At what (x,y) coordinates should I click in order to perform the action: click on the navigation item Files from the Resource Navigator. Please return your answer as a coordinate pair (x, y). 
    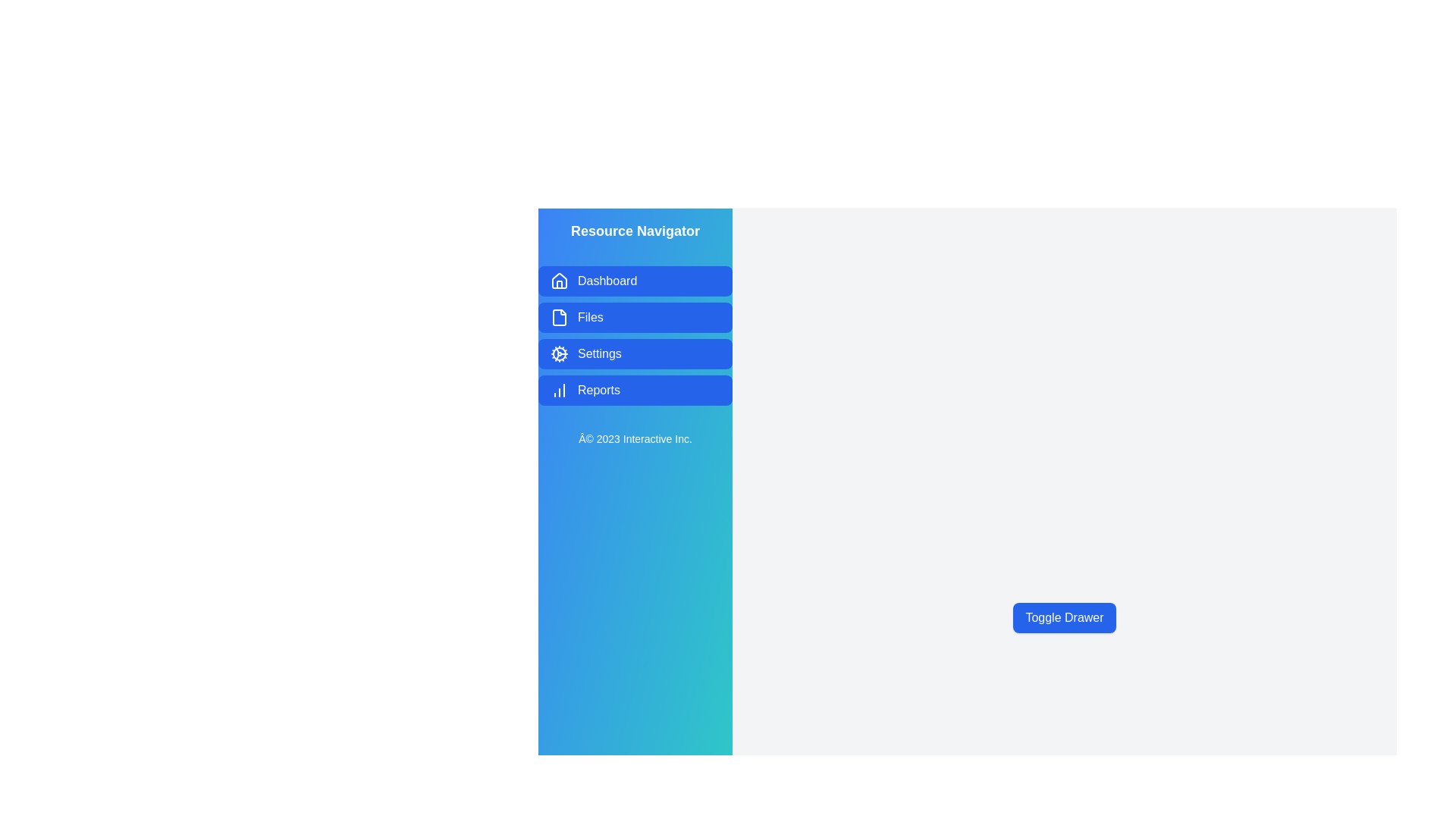
    Looking at the image, I should click on (635, 317).